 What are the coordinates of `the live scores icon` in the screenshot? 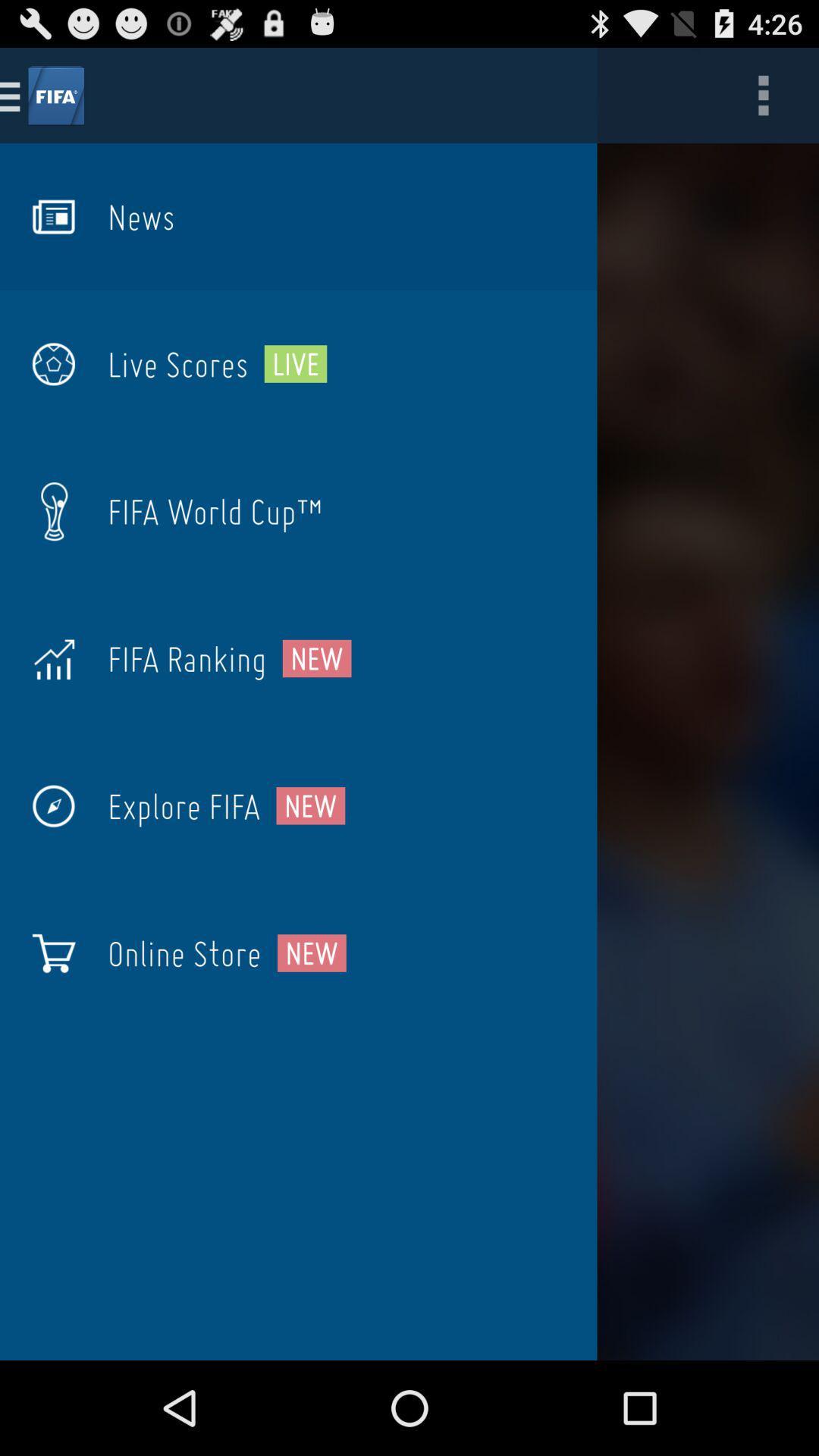 It's located at (177, 364).